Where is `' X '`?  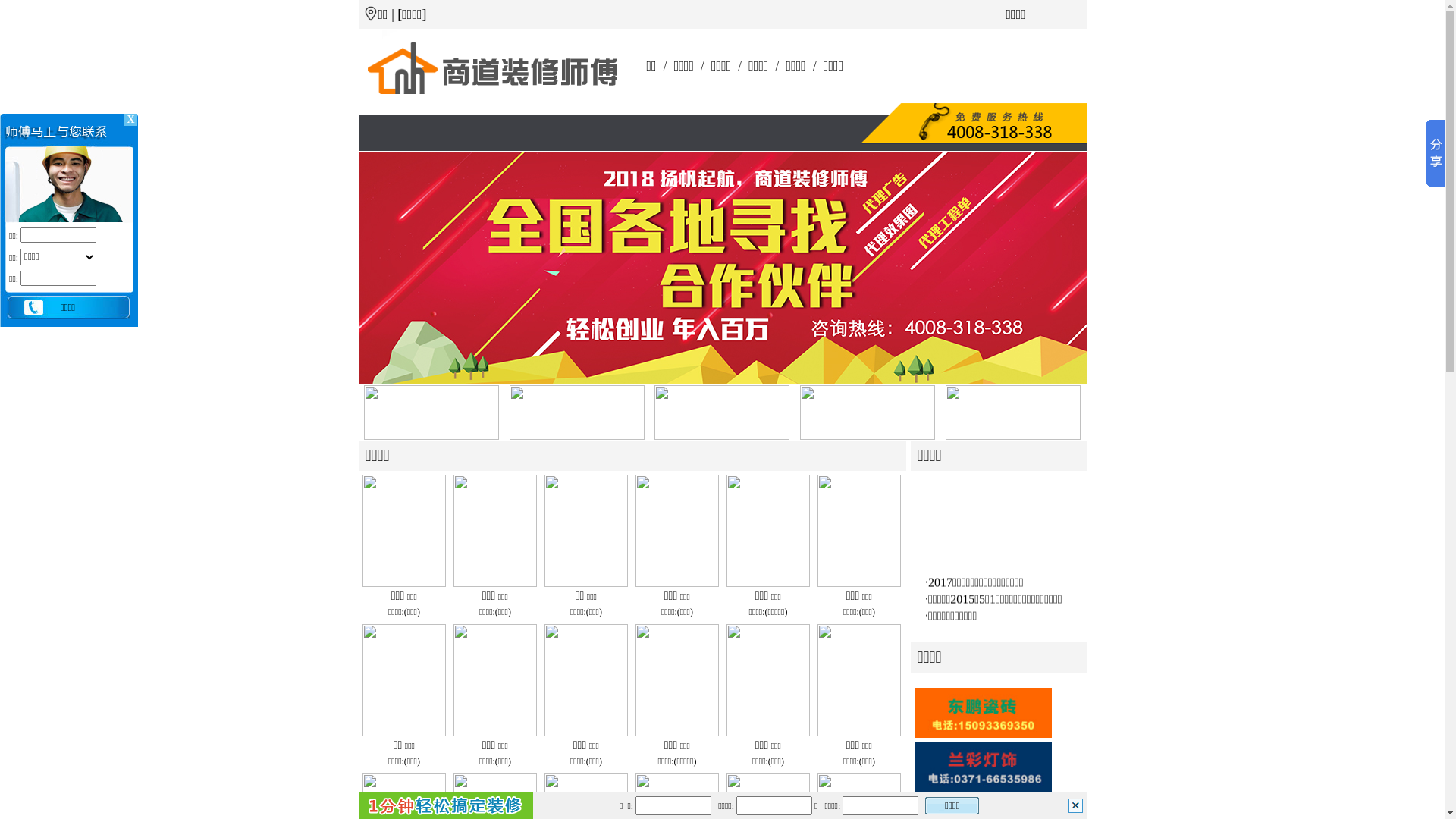
' X ' is located at coordinates (130, 119).